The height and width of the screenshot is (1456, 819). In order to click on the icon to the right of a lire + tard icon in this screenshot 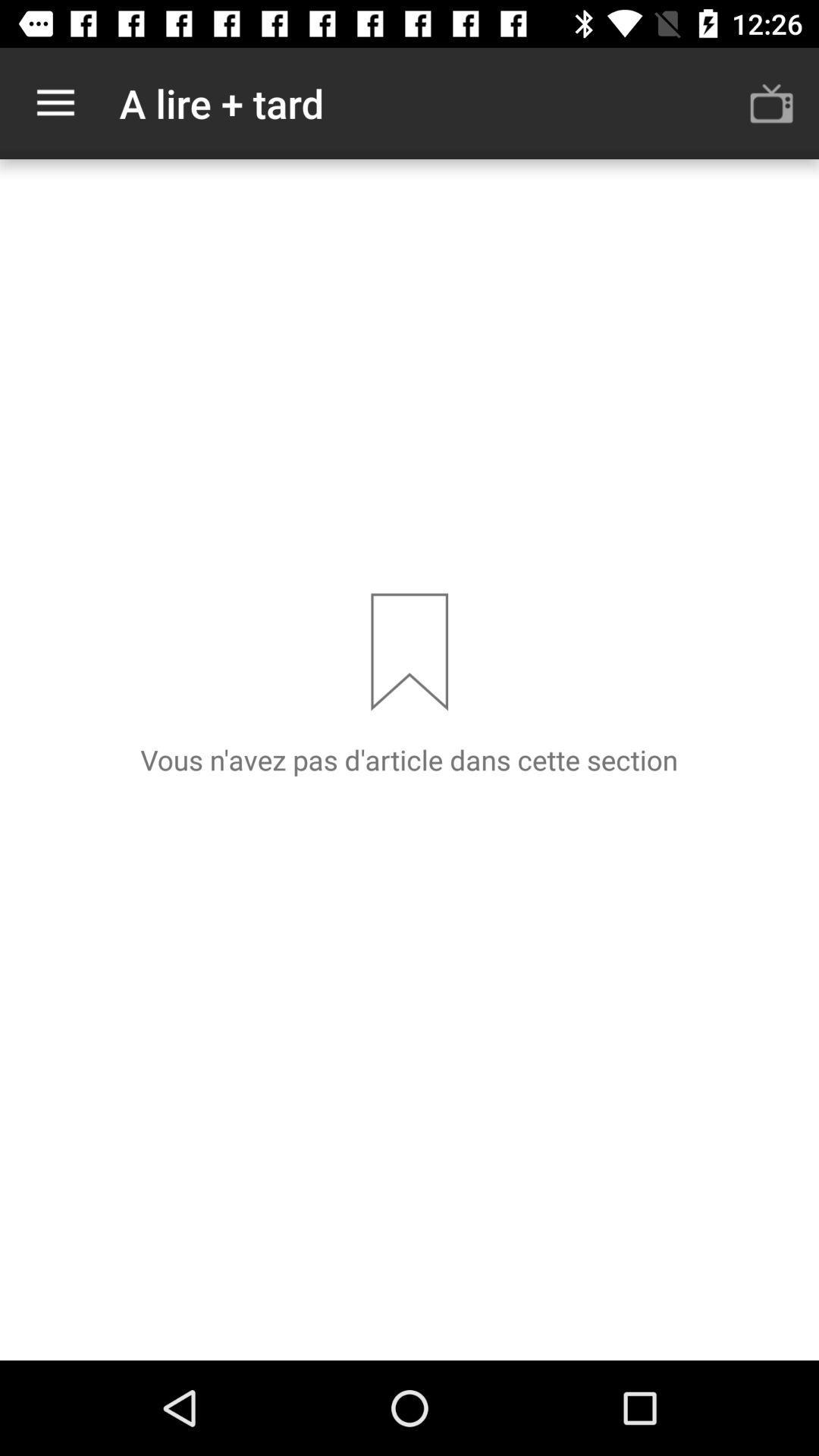, I will do `click(771, 102)`.